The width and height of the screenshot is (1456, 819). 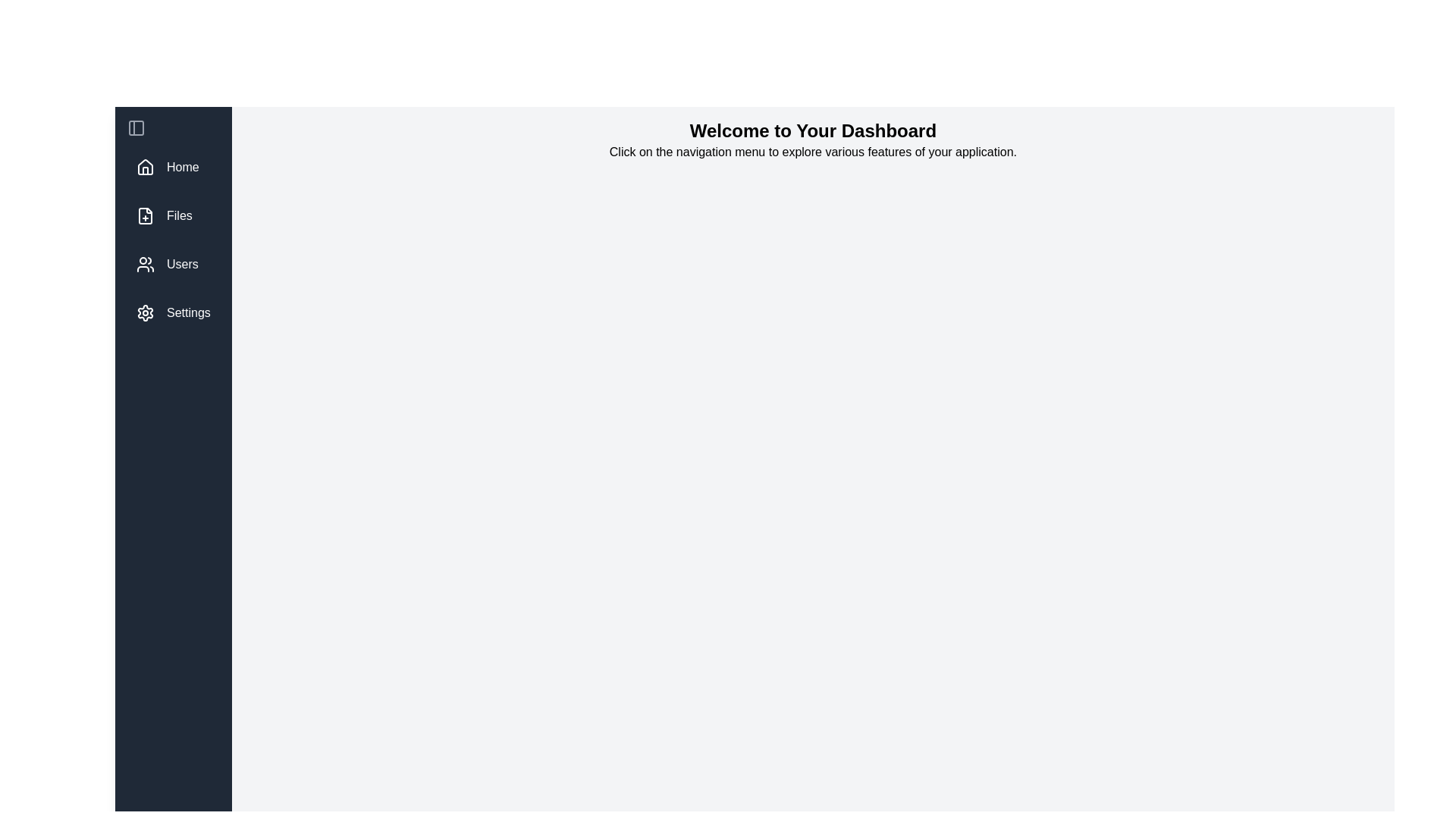 I want to click on an item in the Navigation Menu located on the left sidebar, so click(x=173, y=239).